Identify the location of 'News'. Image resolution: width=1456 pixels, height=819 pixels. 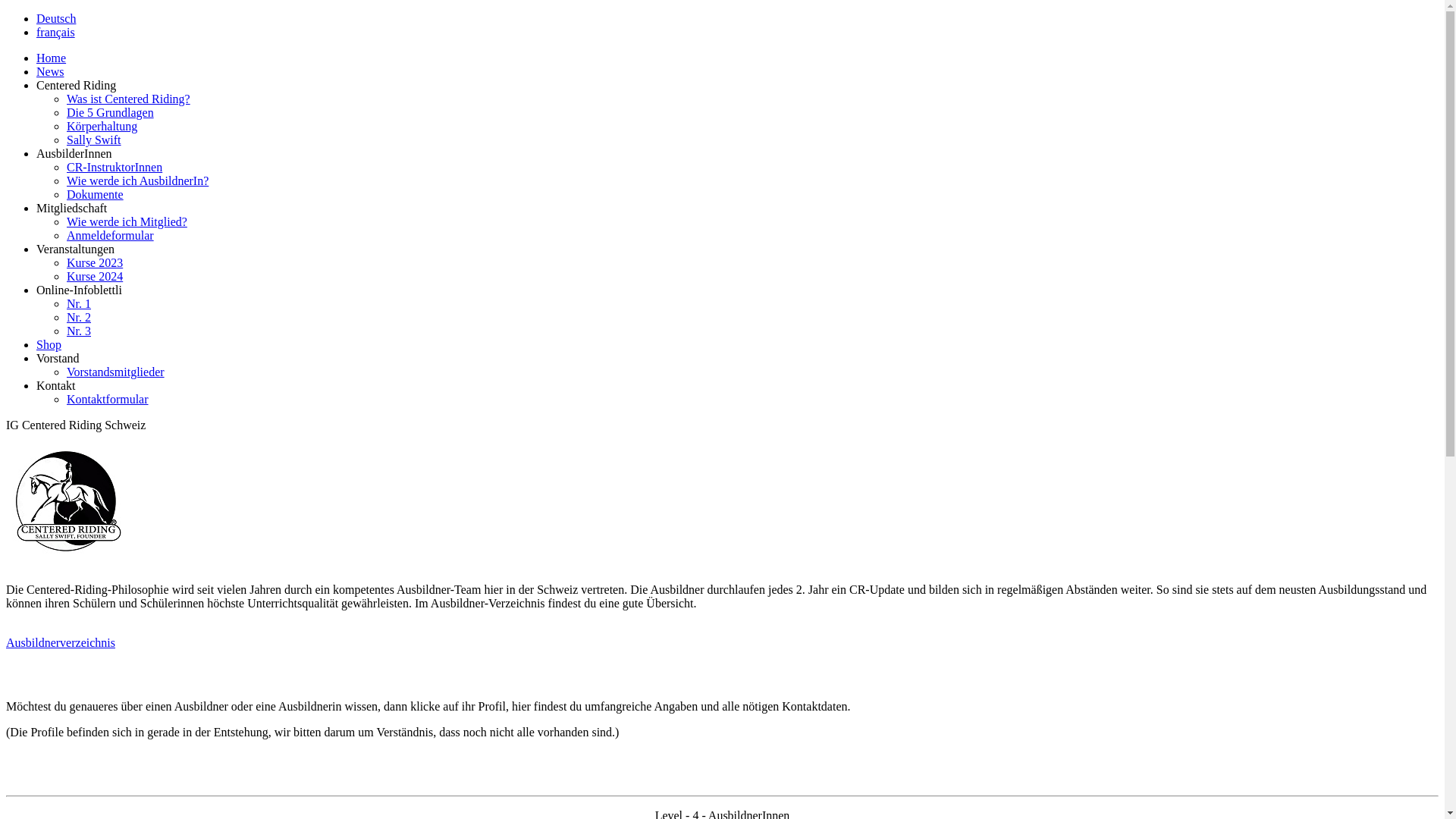
(36, 71).